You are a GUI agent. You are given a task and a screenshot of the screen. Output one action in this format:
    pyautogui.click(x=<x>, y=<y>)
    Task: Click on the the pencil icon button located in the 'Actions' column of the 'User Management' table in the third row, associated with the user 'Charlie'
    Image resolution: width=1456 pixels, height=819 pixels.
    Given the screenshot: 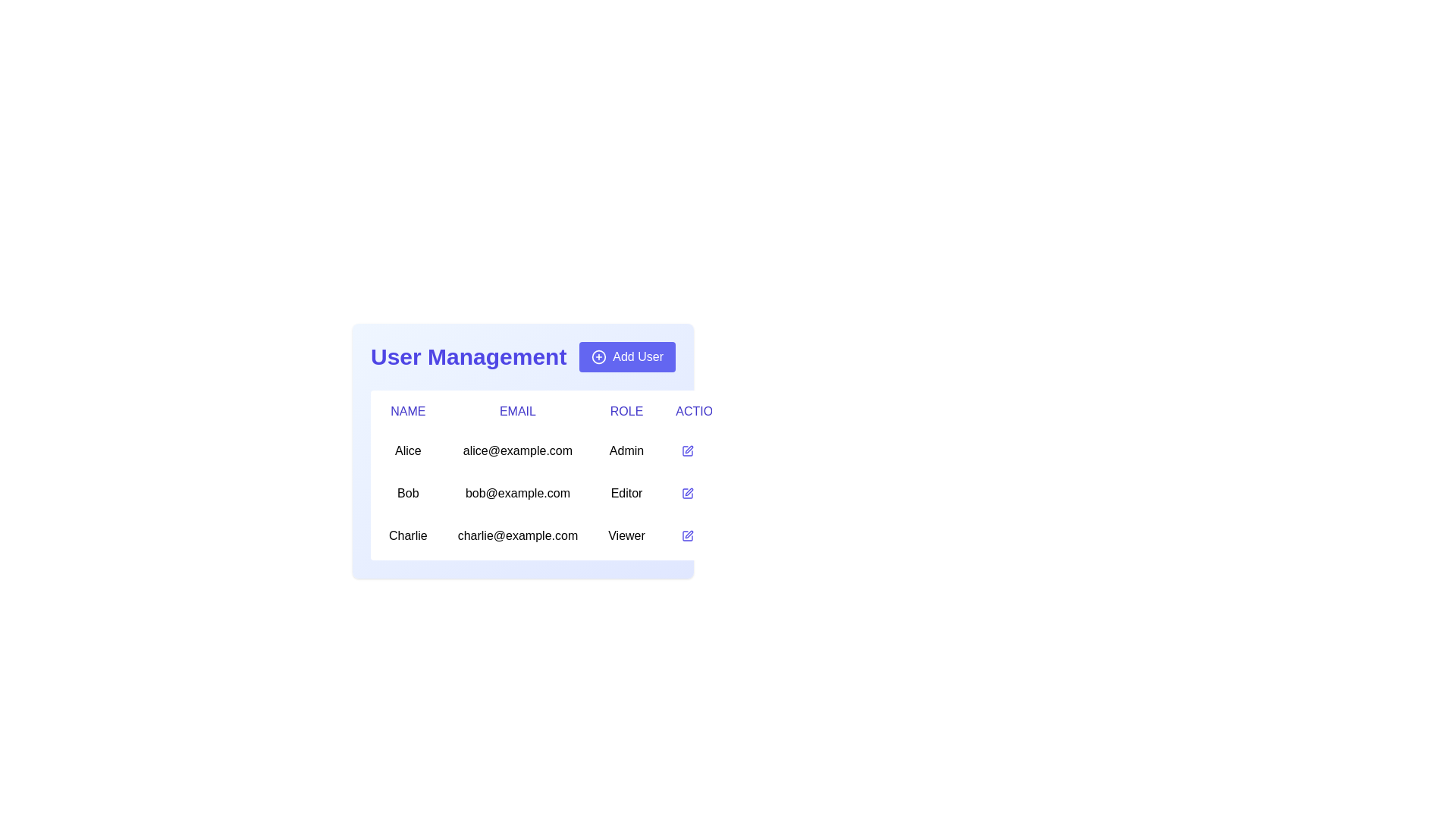 What is the action you would take?
    pyautogui.click(x=688, y=534)
    